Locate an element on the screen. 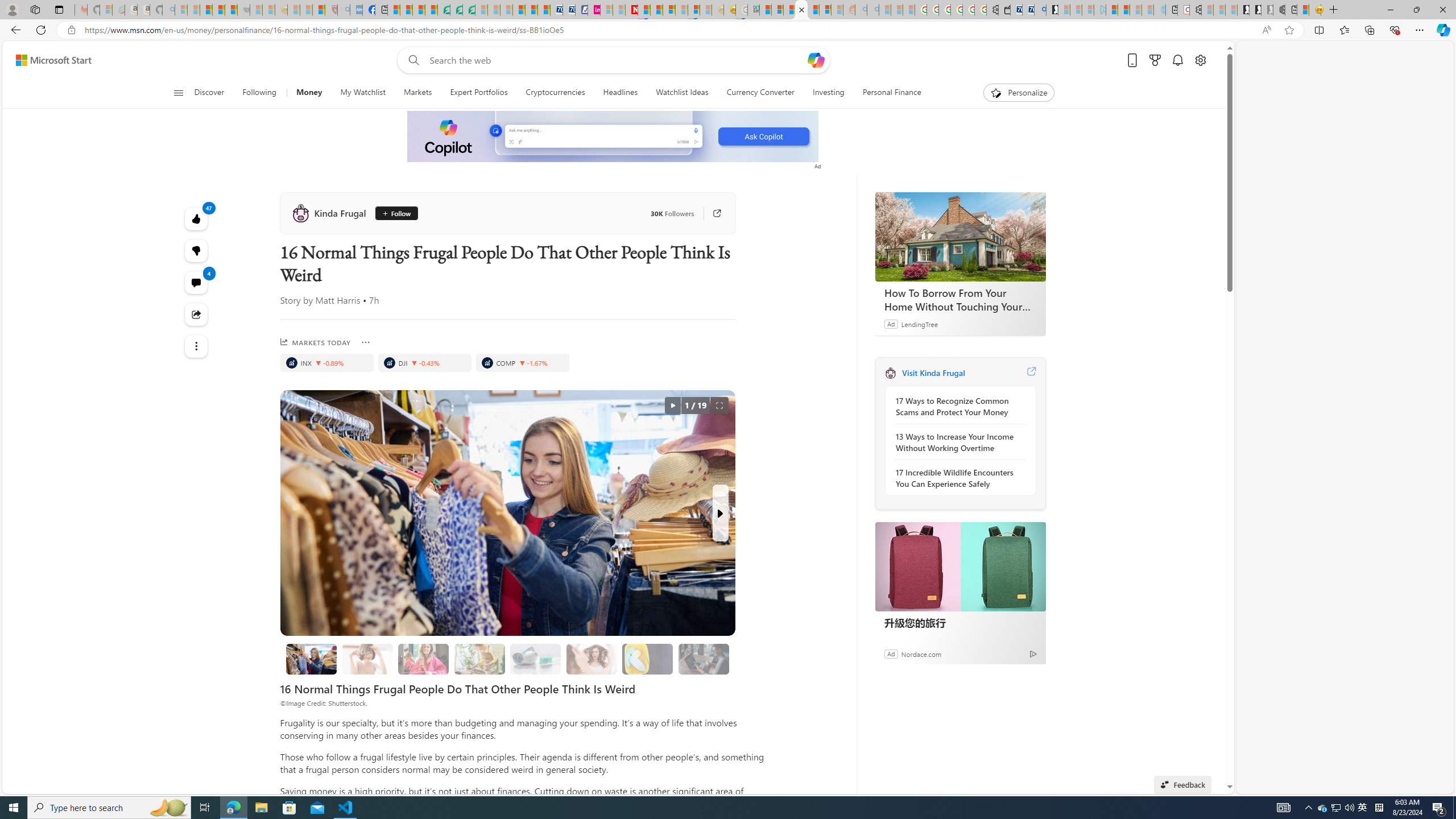 This screenshot has width=1456, height=819. '1. Cutting Hair' is located at coordinates (367, 659).